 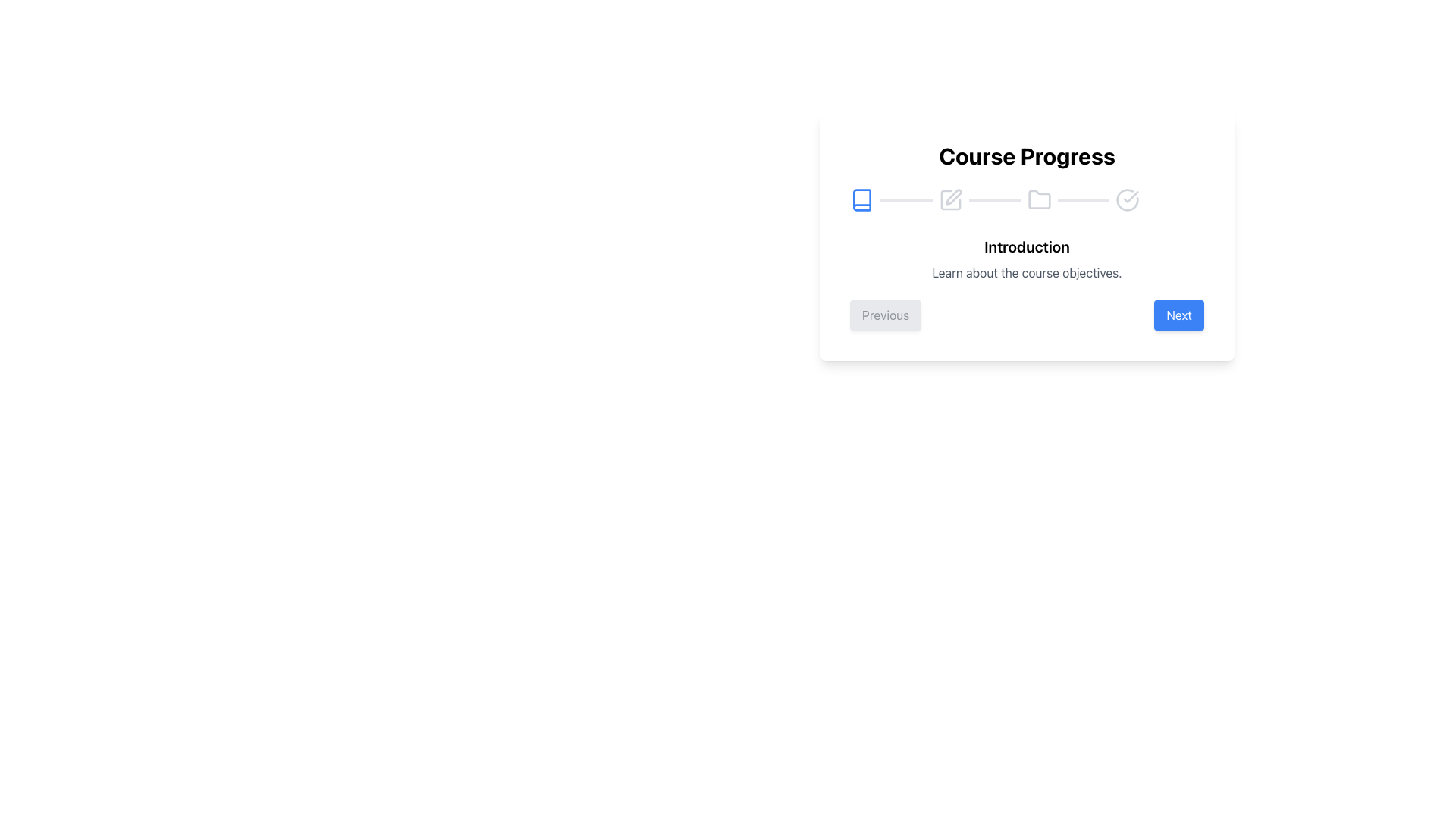 What do you see at coordinates (1128, 199) in the screenshot?
I see `the progress status by hovering over the completed checkmark icon, which is the last in a sequence of four icons in the progress tracker` at bounding box center [1128, 199].